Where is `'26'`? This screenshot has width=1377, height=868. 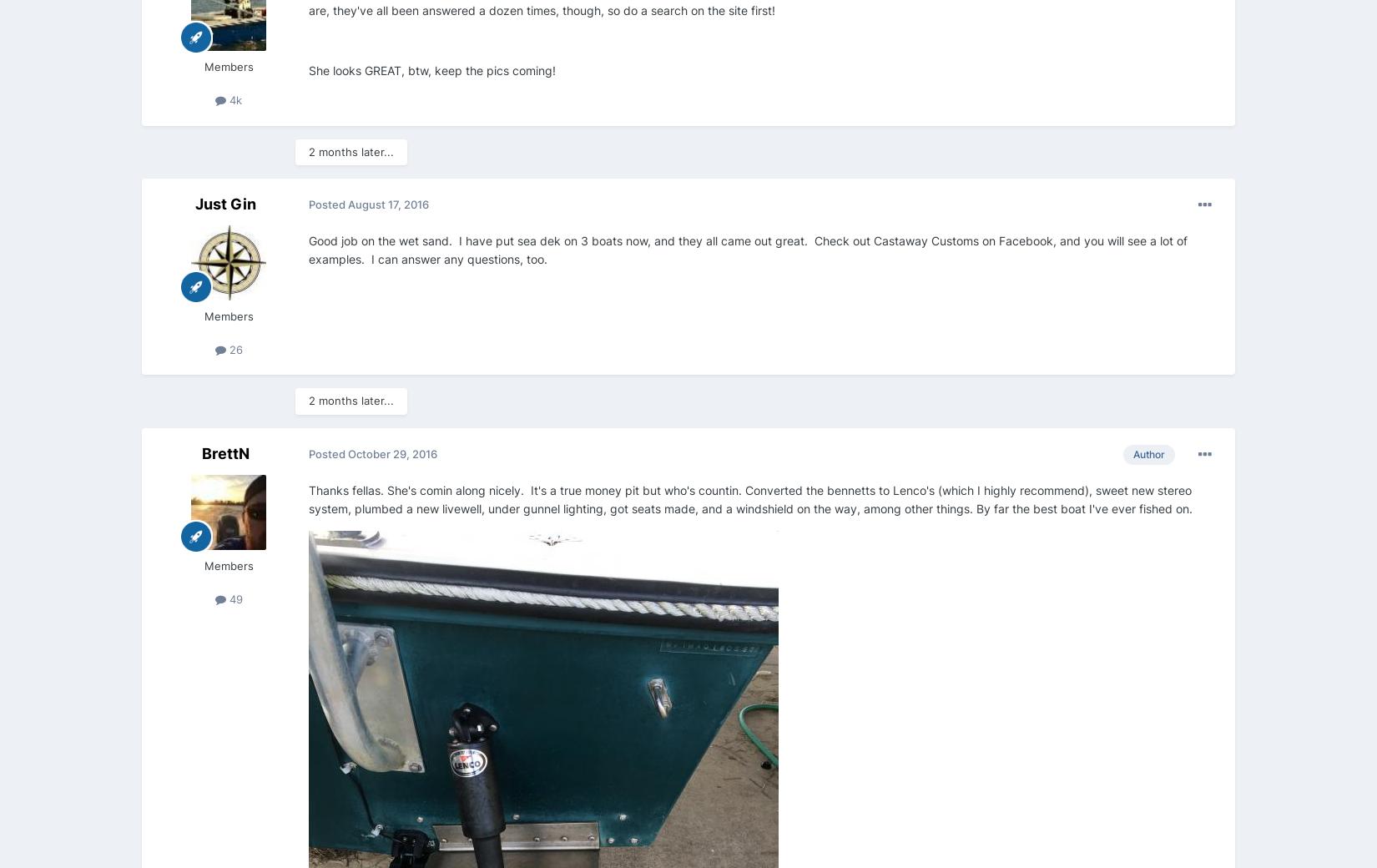 '26' is located at coordinates (234, 348).